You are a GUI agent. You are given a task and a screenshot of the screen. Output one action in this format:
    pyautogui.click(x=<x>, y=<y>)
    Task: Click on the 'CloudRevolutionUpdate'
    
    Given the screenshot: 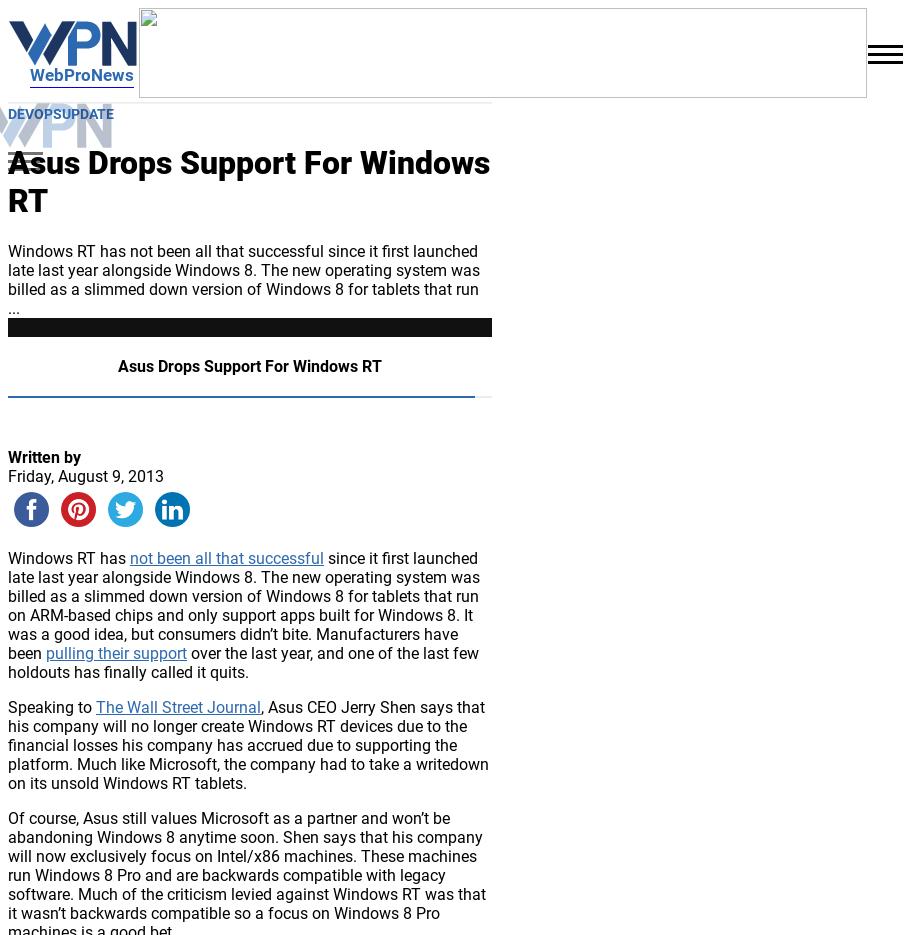 What is the action you would take?
    pyautogui.click(x=172, y=525)
    